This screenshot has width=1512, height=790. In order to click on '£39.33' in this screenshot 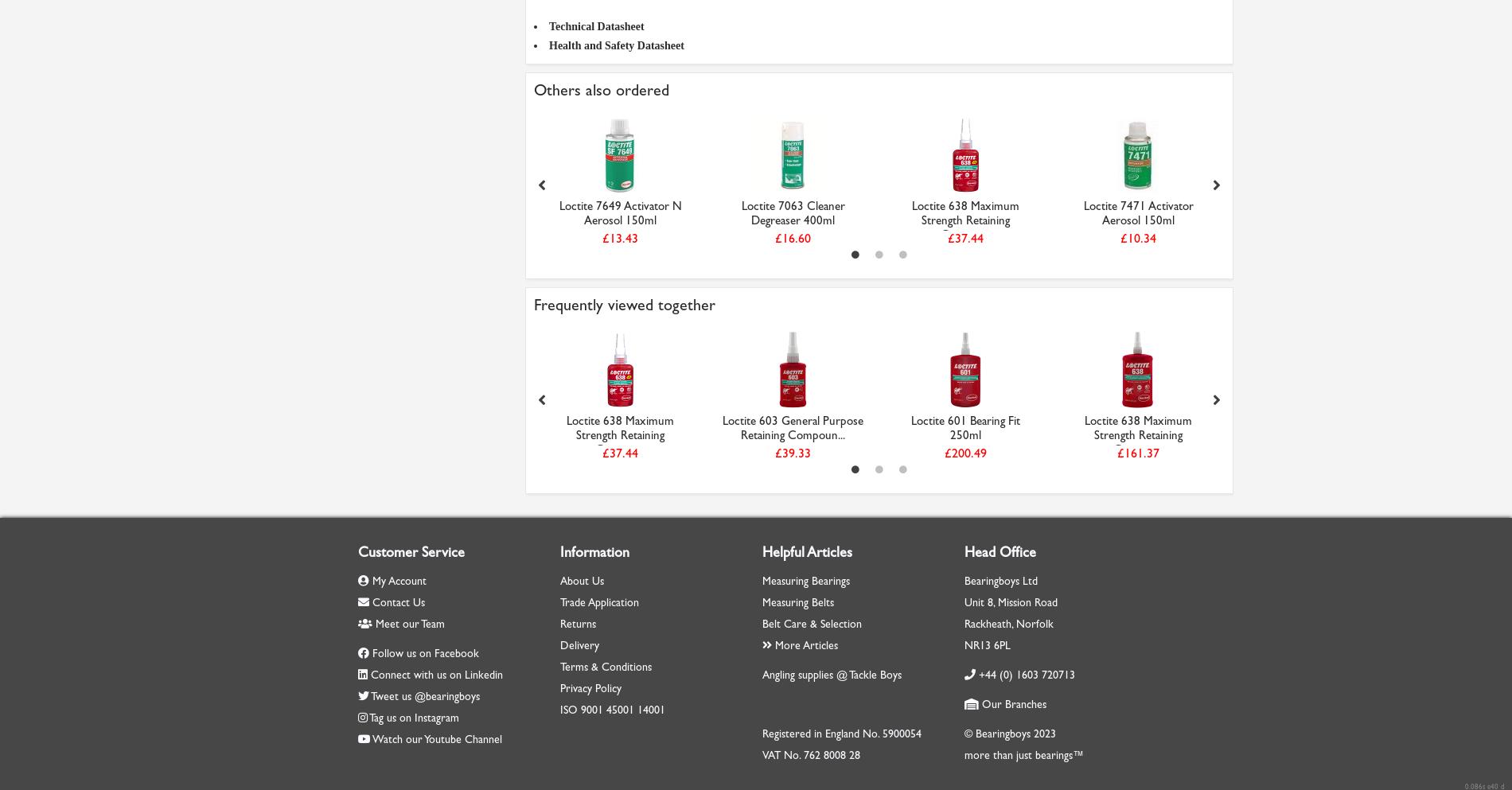, I will do `click(793, 452)`.